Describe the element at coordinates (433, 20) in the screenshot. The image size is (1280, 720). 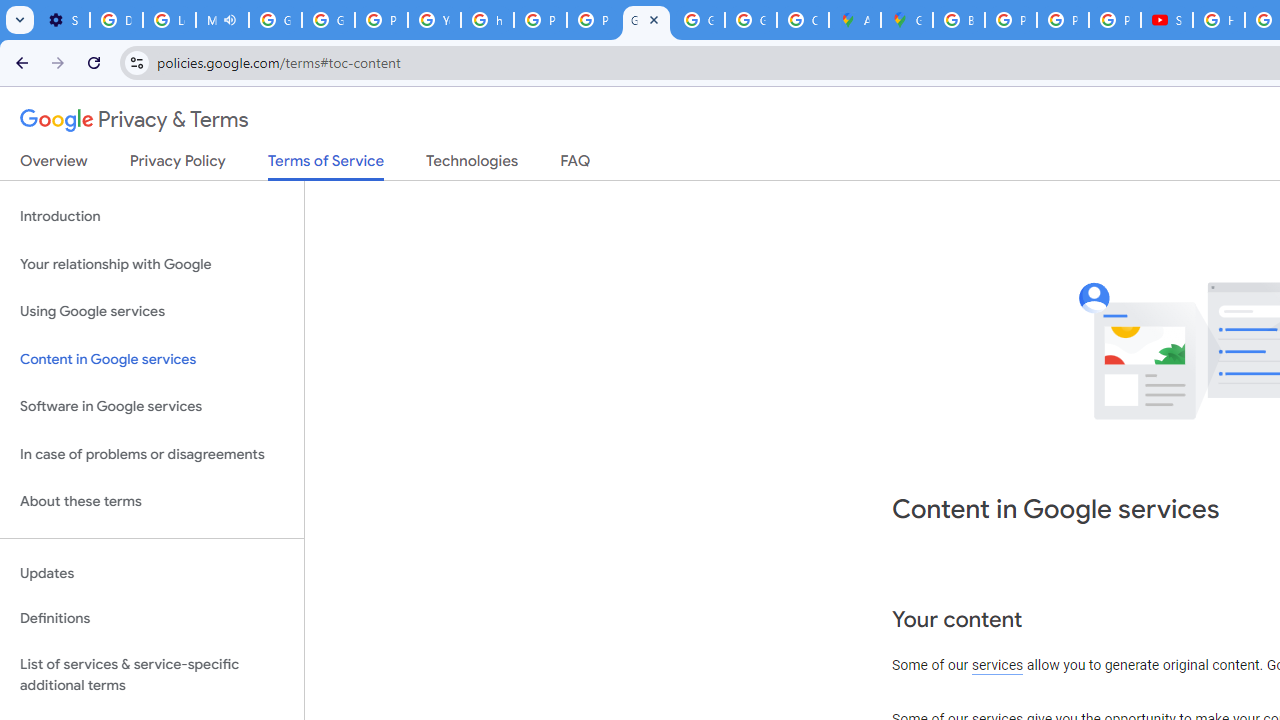
I see `'YouTube'` at that location.